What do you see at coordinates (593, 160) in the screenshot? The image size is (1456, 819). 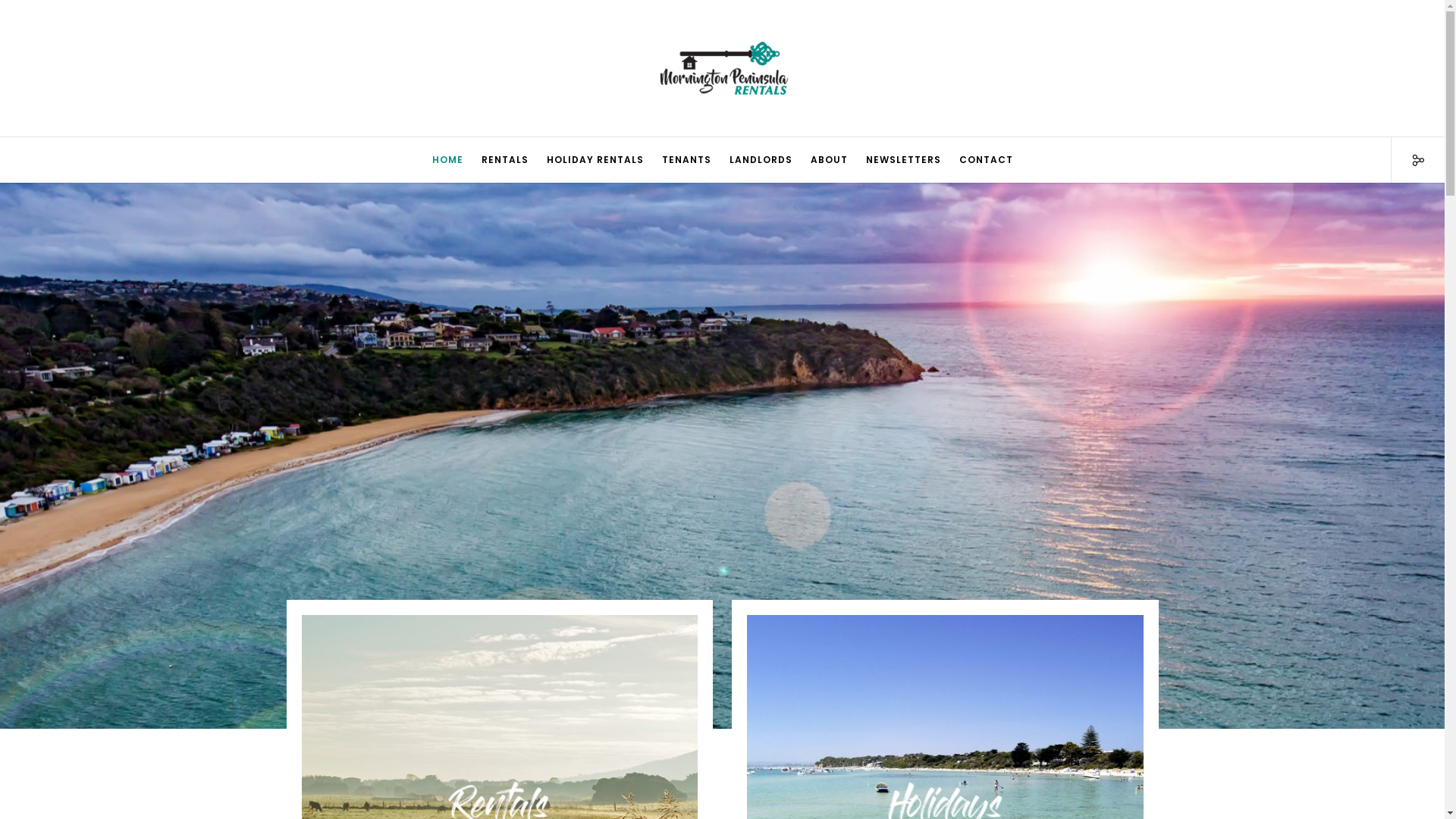 I see `'HOLIDAY RENTALS'` at bounding box center [593, 160].